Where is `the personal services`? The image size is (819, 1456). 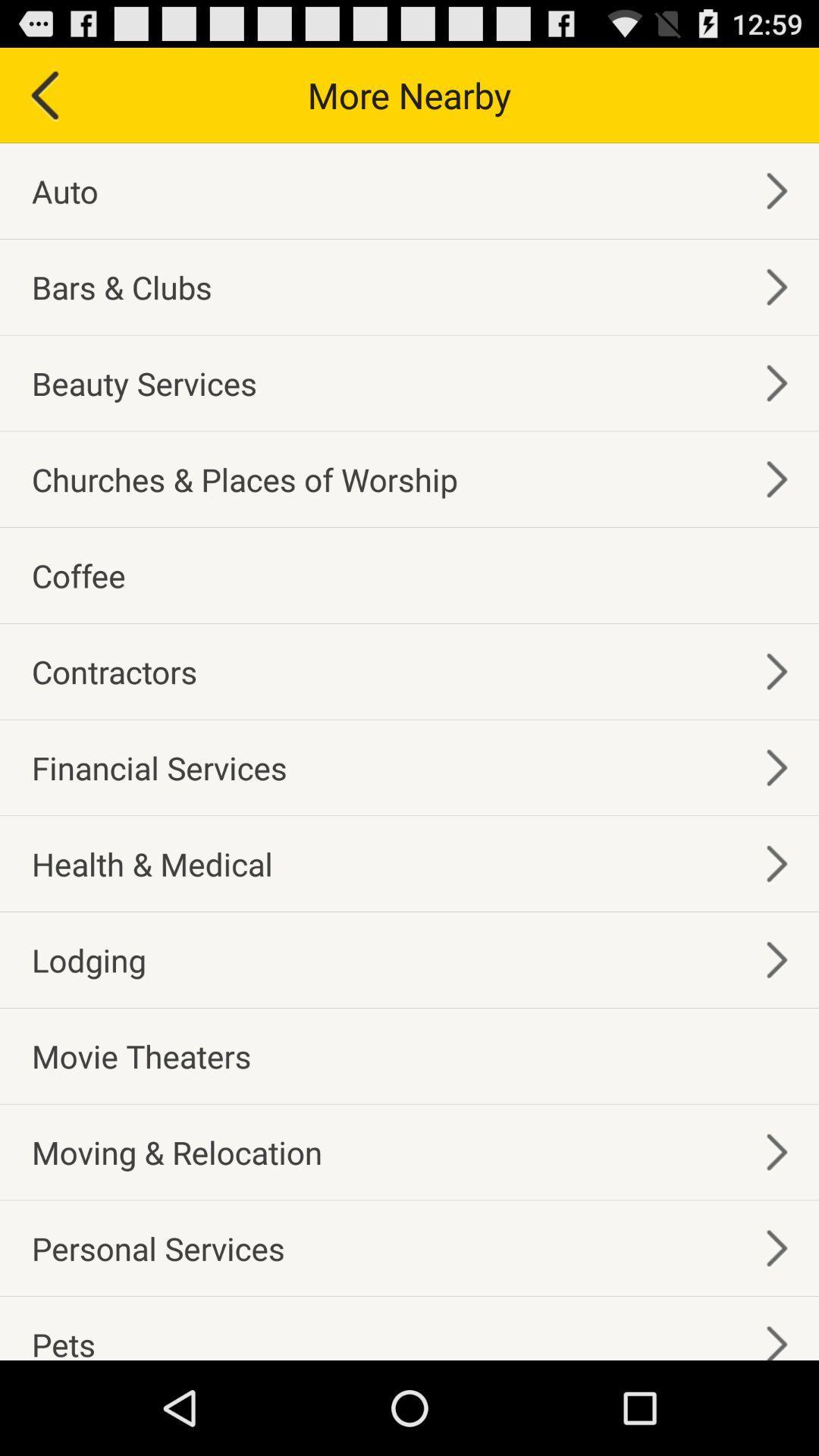 the personal services is located at coordinates (158, 1248).